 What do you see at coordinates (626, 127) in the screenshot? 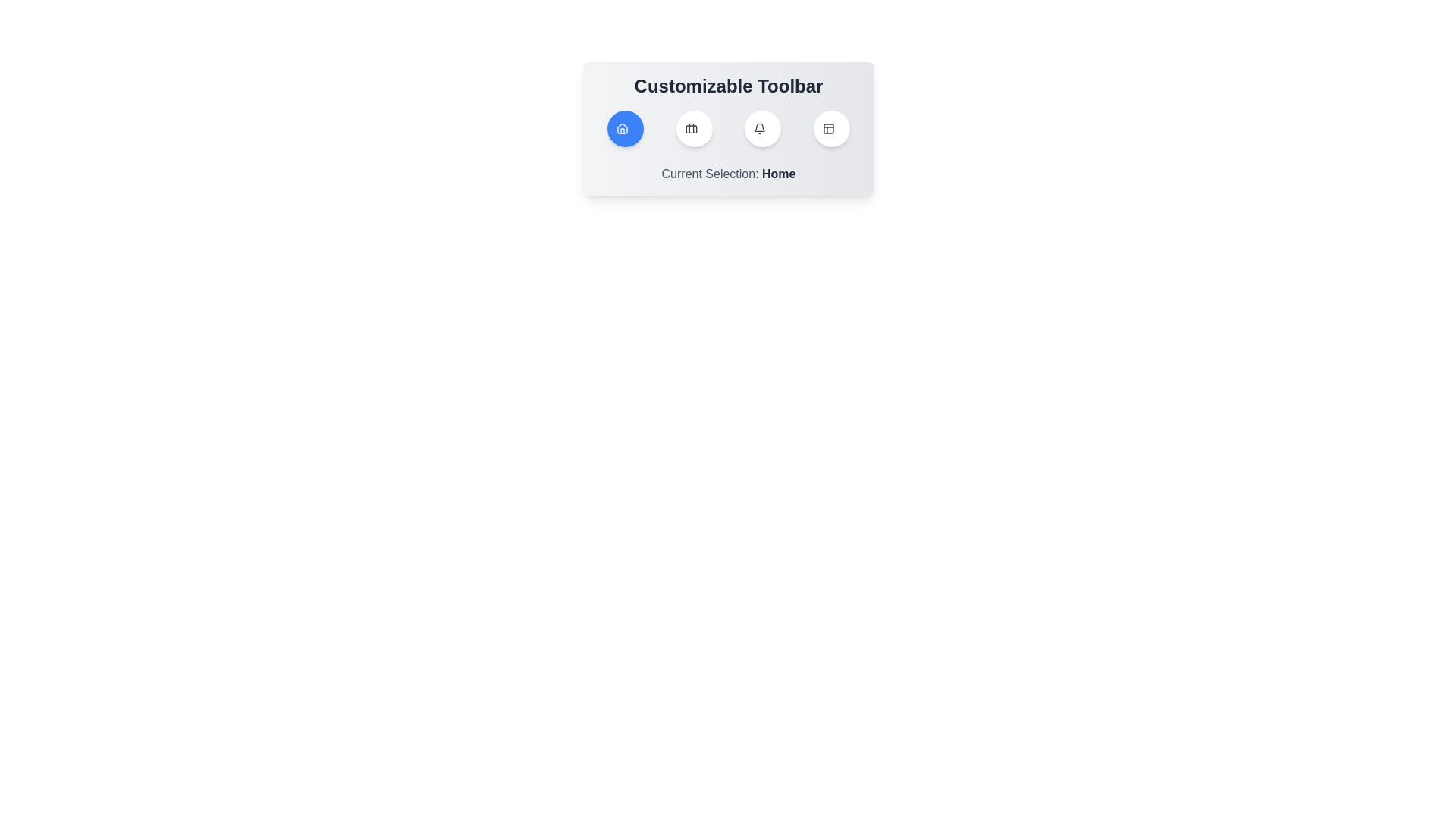
I see `the circular blue button with a white house icon in the 'Customizable Toolbar'` at bounding box center [626, 127].